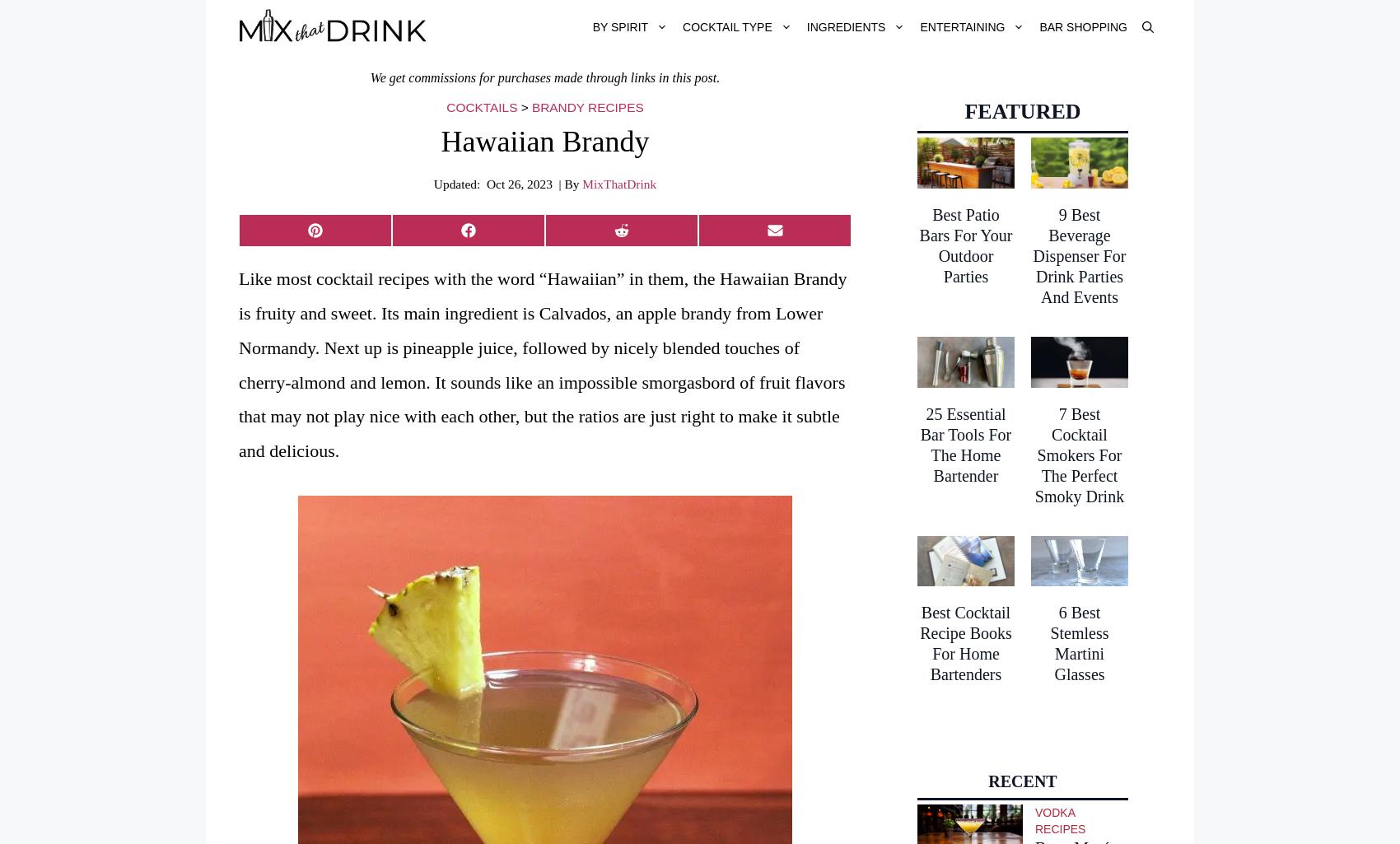 The image size is (1400, 844). Describe the element at coordinates (1079, 254) in the screenshot. I see `'9 Best Beverage Dispenser for Drink Parties and Events'` at that location.